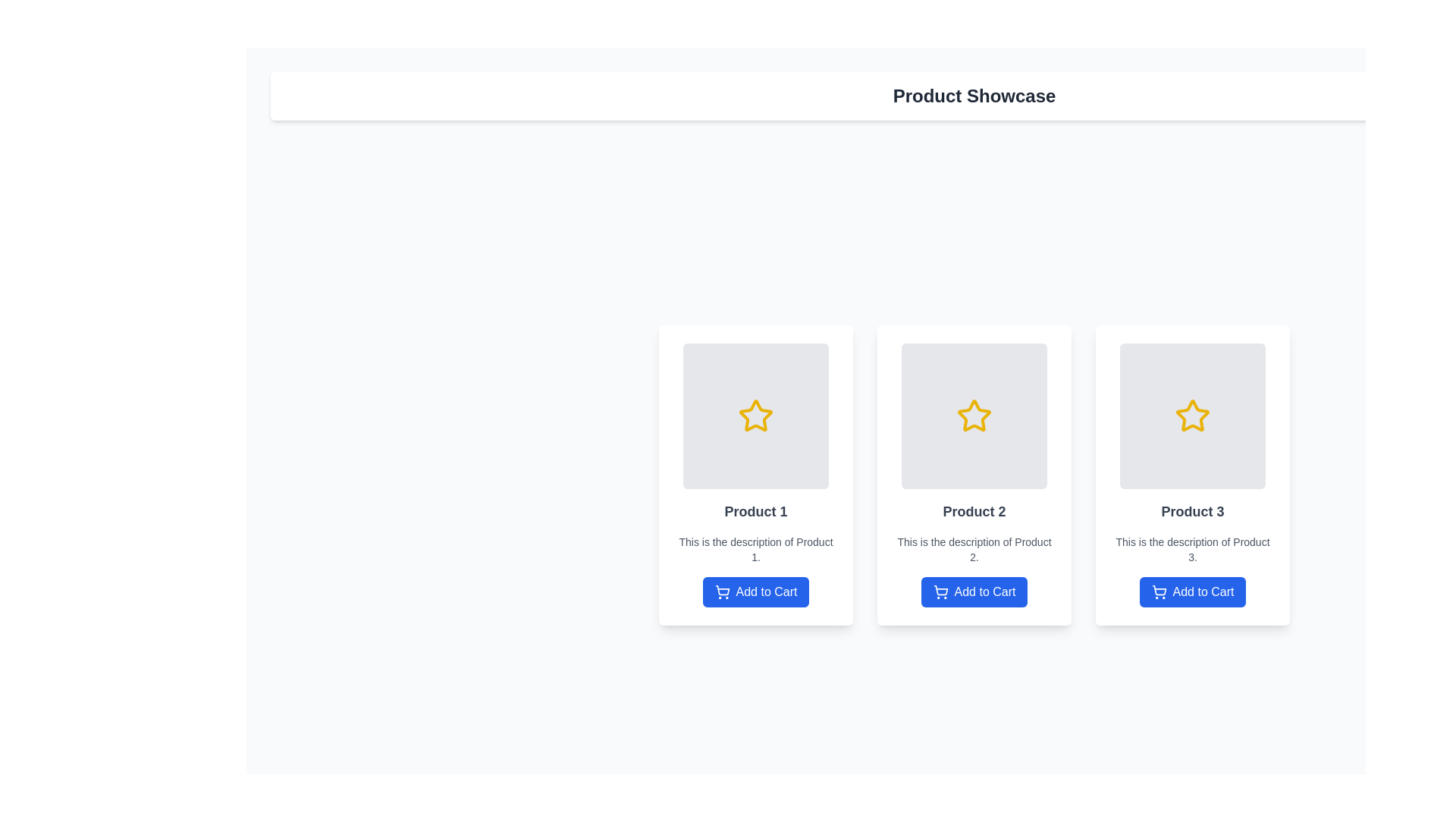  Describe the element at coordinates (1192, 512) in the screenshot. I see `the text label reading 'Product 3'` at that location.